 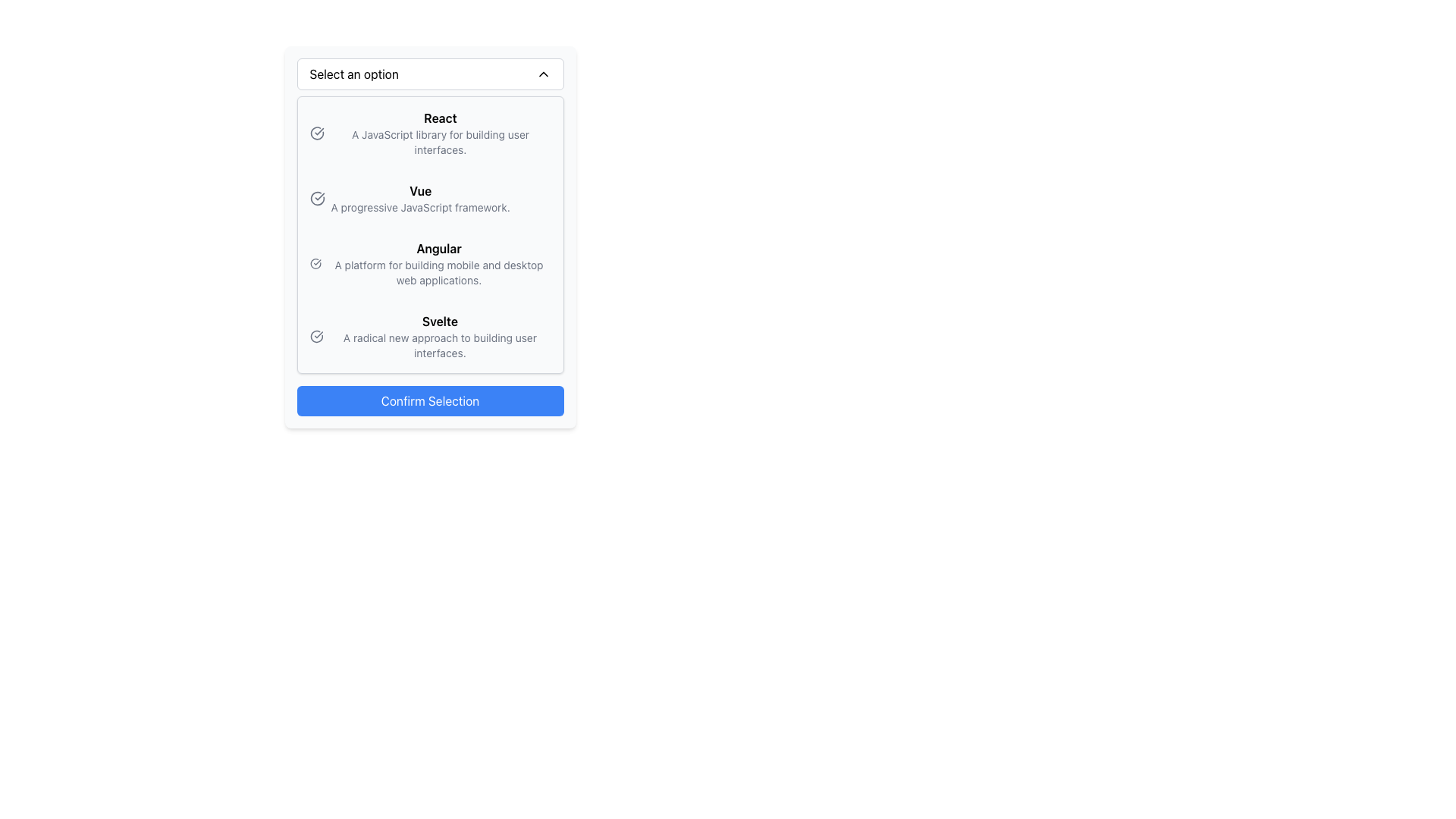 What do you see at coordinates (439, 345) in the screenshot?
I see `the text label displaying 'A radical new approach to building user interfaces.' located under the 'Svelte' section` at bounding box center [439, 345].